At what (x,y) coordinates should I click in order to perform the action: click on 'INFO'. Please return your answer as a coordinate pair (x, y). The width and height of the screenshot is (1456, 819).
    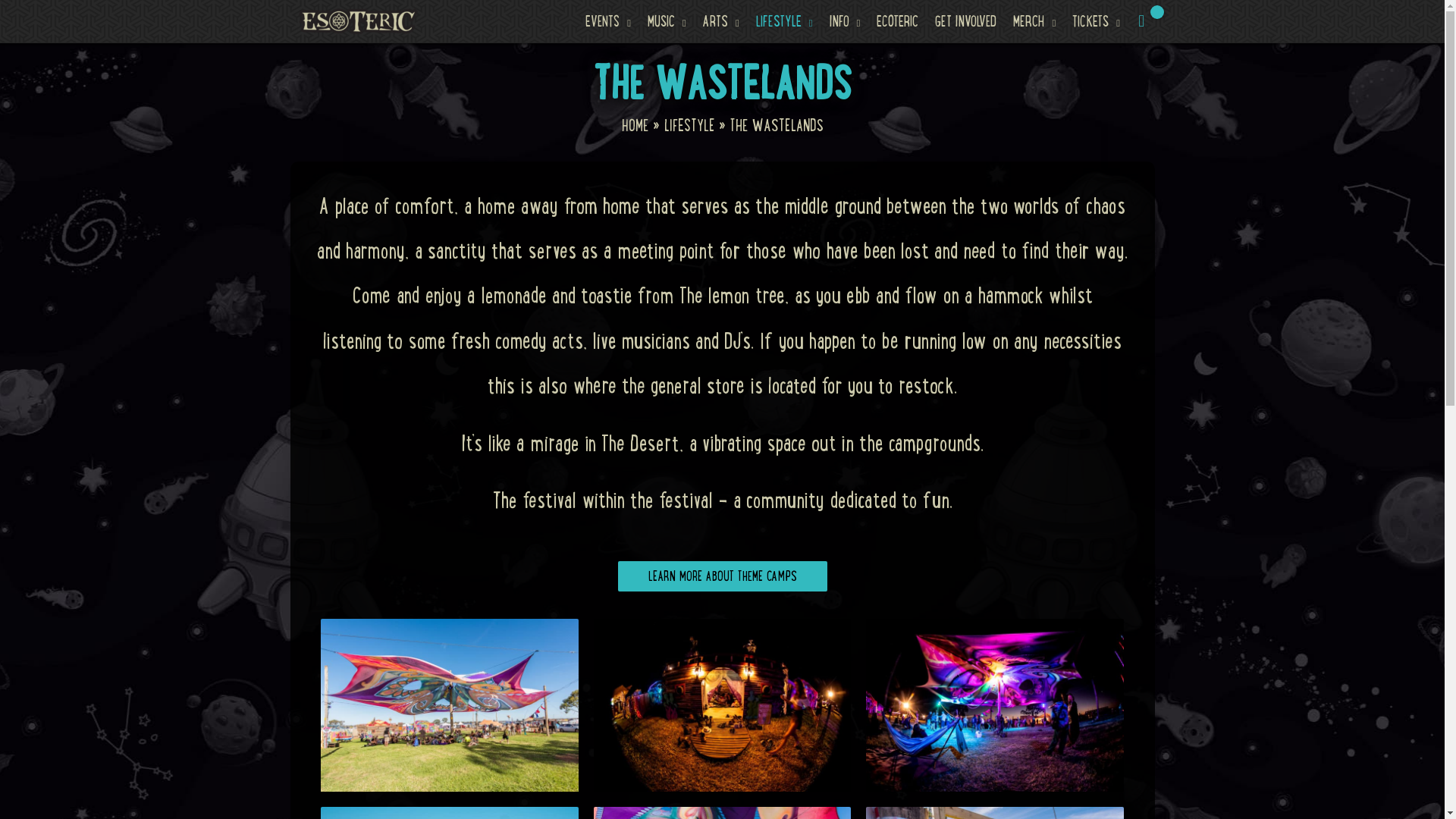
    Looking at the image, I should click on (844, 20).